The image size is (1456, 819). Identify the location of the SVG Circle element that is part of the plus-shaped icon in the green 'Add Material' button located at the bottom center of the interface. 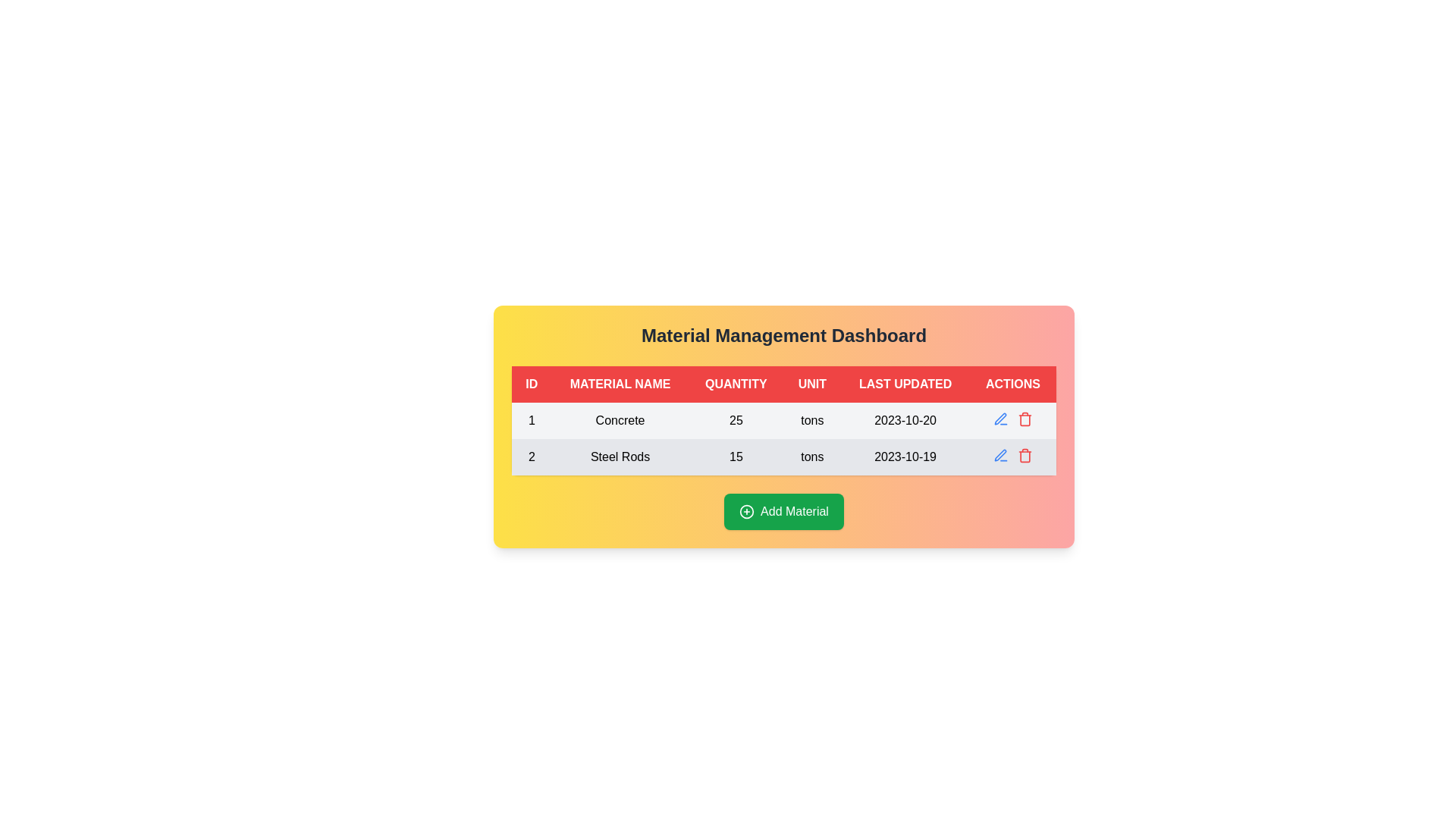
(747, 512).